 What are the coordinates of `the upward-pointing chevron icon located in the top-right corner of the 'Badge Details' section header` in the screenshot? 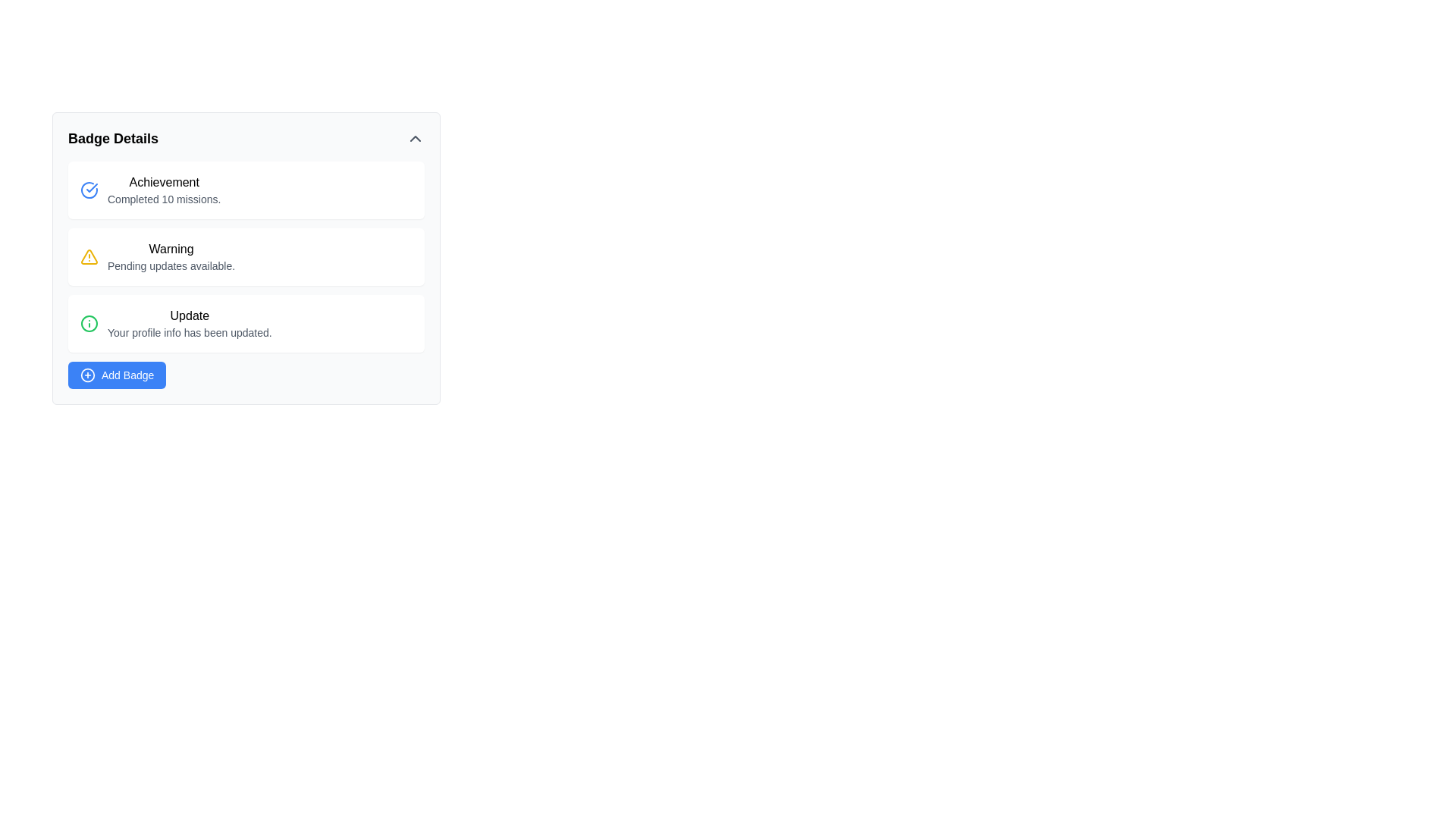 It's located at (415, 138).